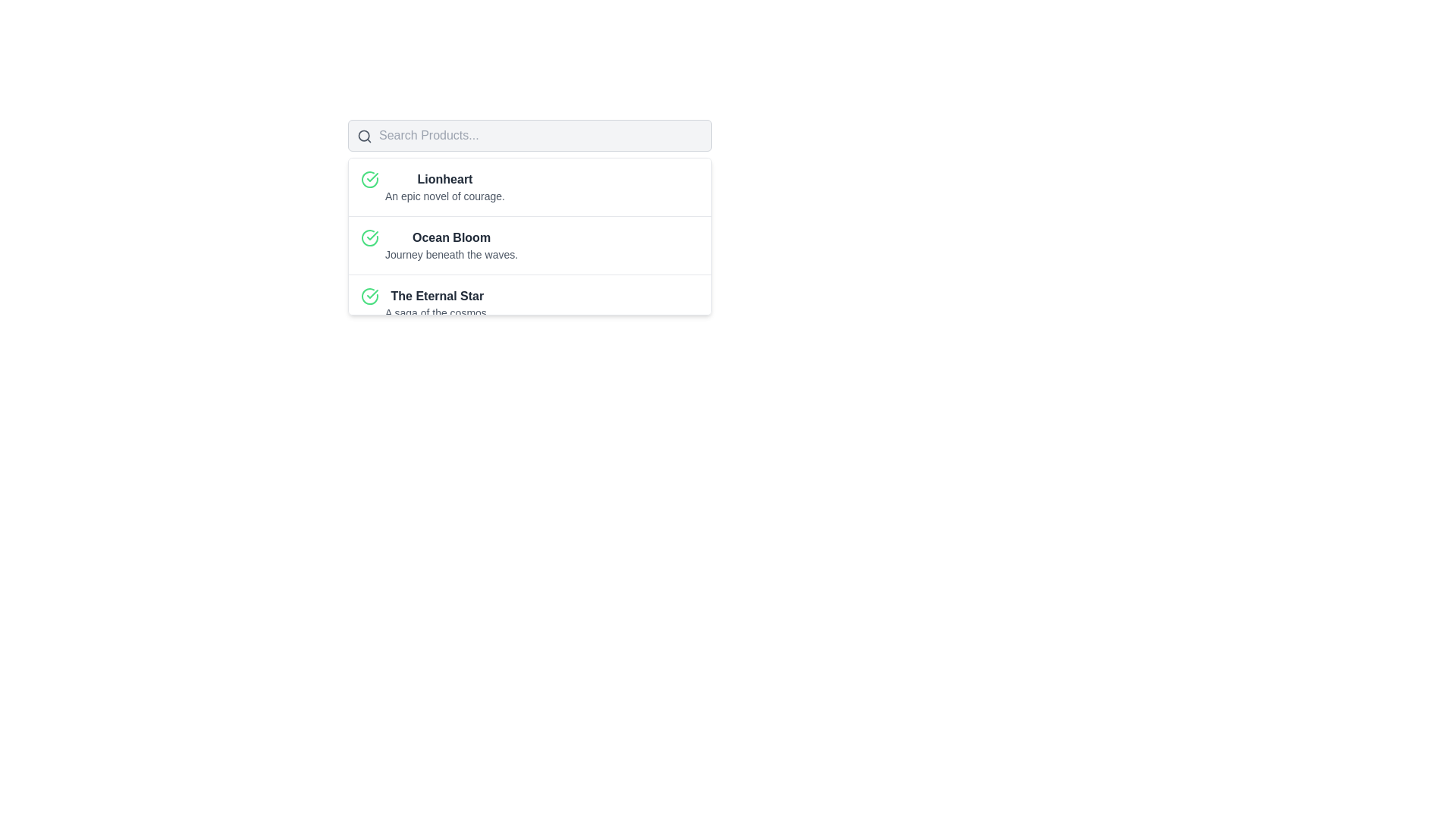  What do you see at coordinates (444, 195) in the screenshot?
I see `the text label providing additional context for the item titled 'Lionheart', located directly beneath the title in the first list entry` at bounding box center [444, 195].